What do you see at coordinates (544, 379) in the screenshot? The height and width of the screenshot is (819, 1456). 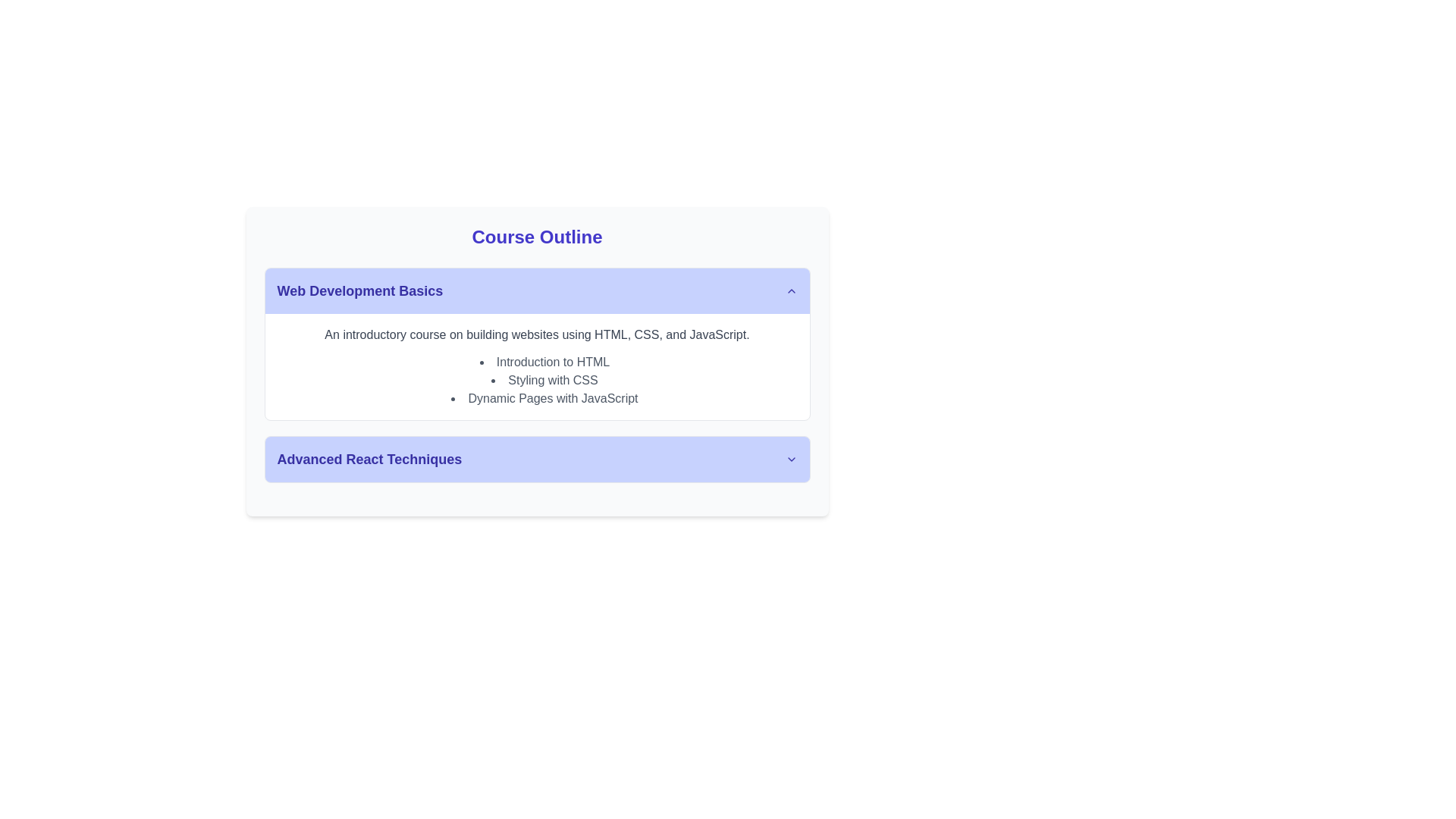 I see `the second bullet point in the list under 'Web Development Basics'` at bounding box center [544, 379].